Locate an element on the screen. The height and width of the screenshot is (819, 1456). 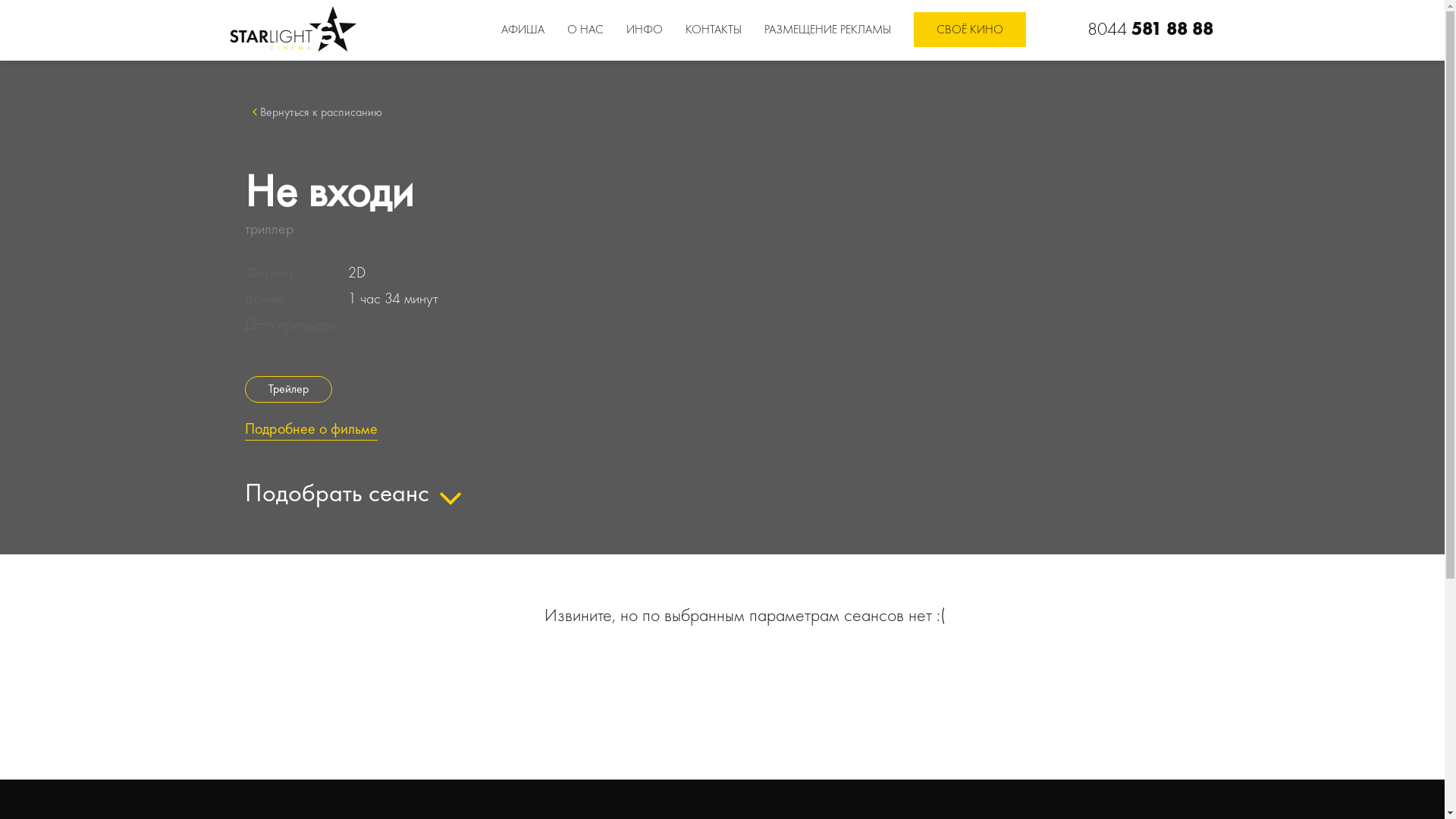
'8044 581 88 88' is located at coordinates (1150, 29).